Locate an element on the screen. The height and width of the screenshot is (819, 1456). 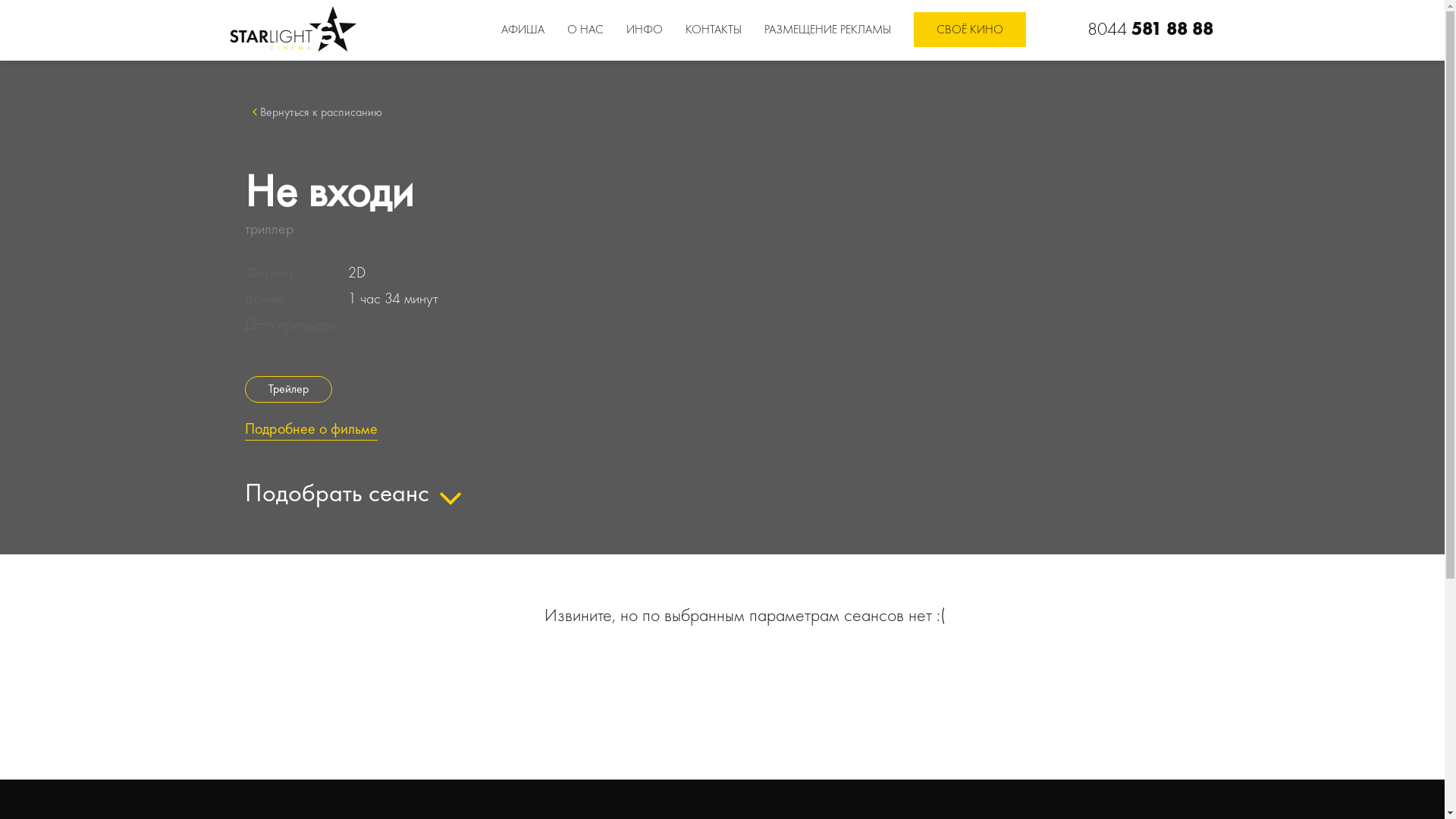
'8044 581 88 88' is located at coordinates (1150, 29).